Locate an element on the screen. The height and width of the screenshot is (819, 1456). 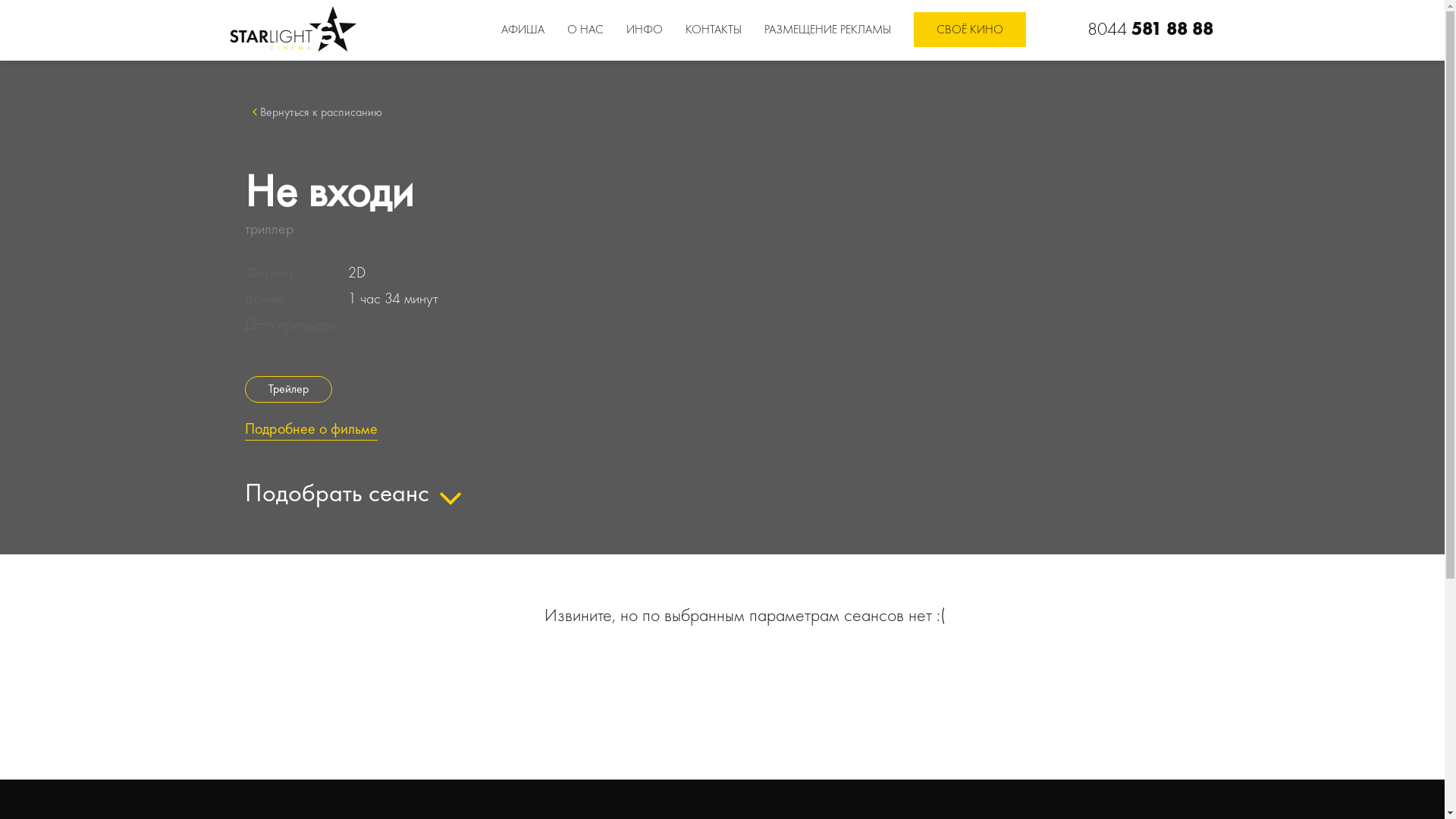
'8044 581 88 88' is located at coordinates (1150, 29).